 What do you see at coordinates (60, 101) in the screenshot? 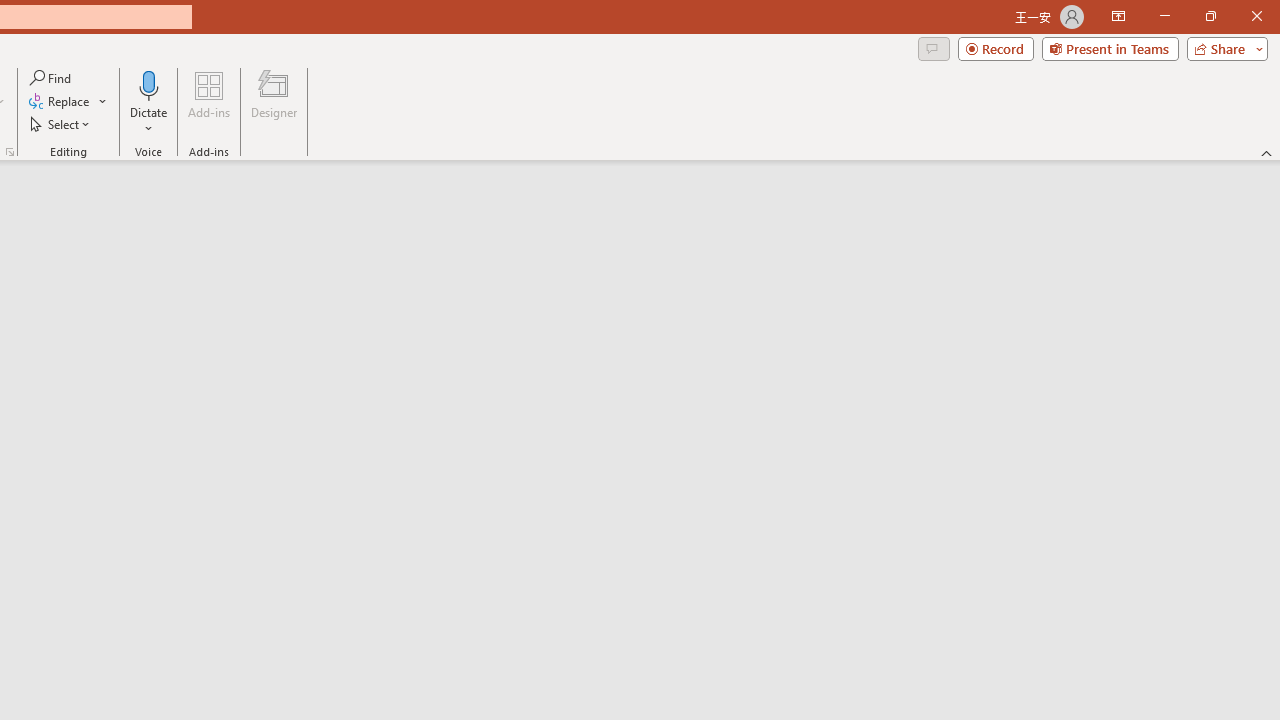
I see `'Replace...'` at bounding box center [60, 101].